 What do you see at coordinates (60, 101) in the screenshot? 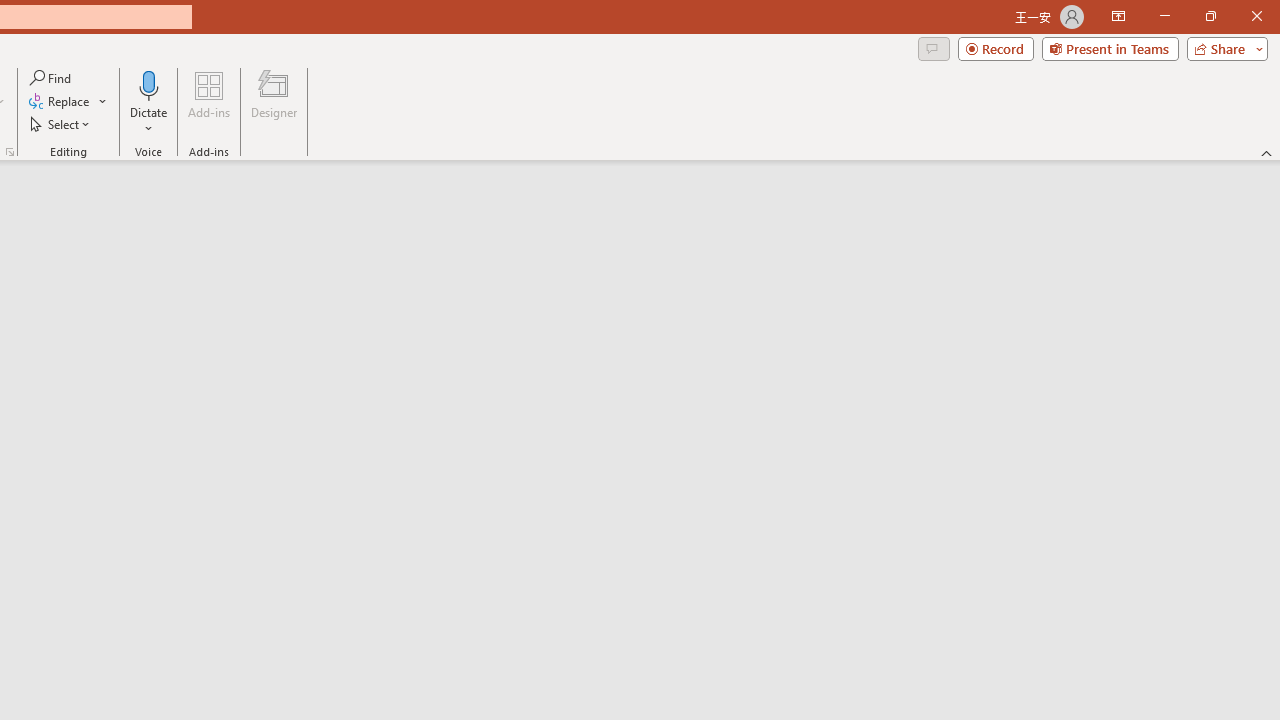
I see `'Replace...'` at bounding box center [60, 101].